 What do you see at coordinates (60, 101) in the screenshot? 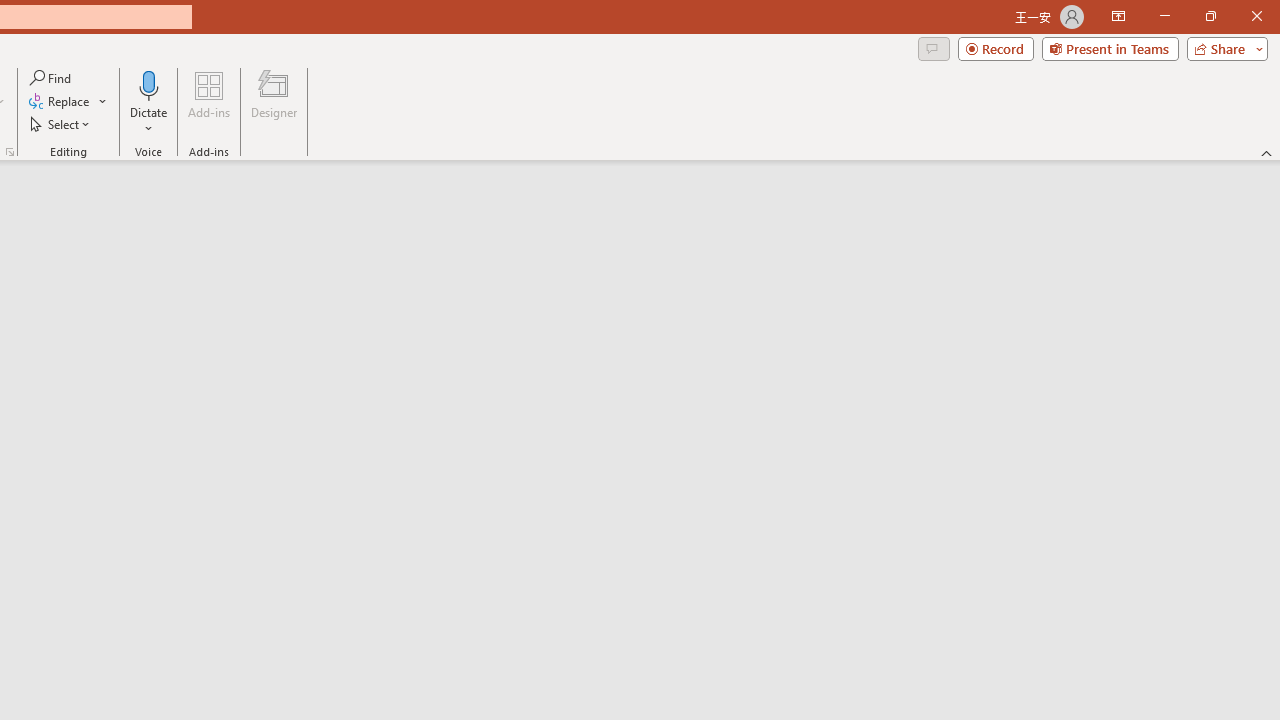
I see `'Replace...'` at bounding box center [60, 101].